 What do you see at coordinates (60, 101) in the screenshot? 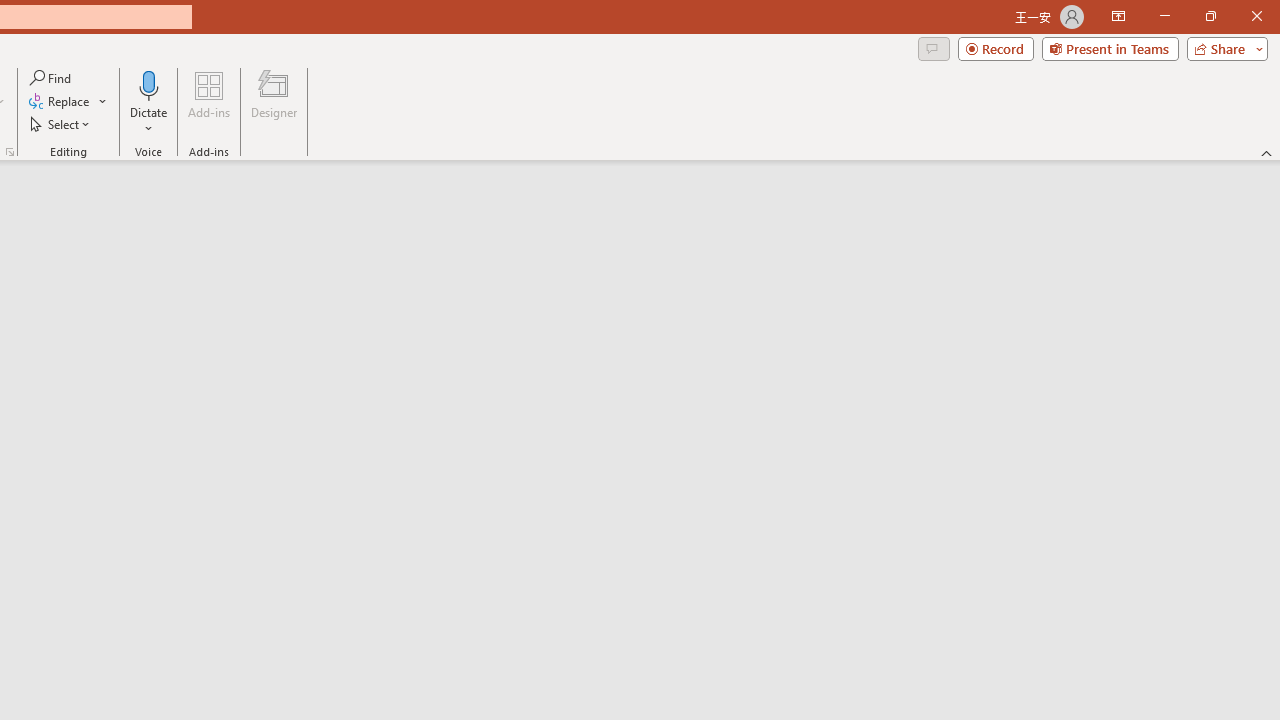
I see `'Replace...'` at bounding box center [60, 101].